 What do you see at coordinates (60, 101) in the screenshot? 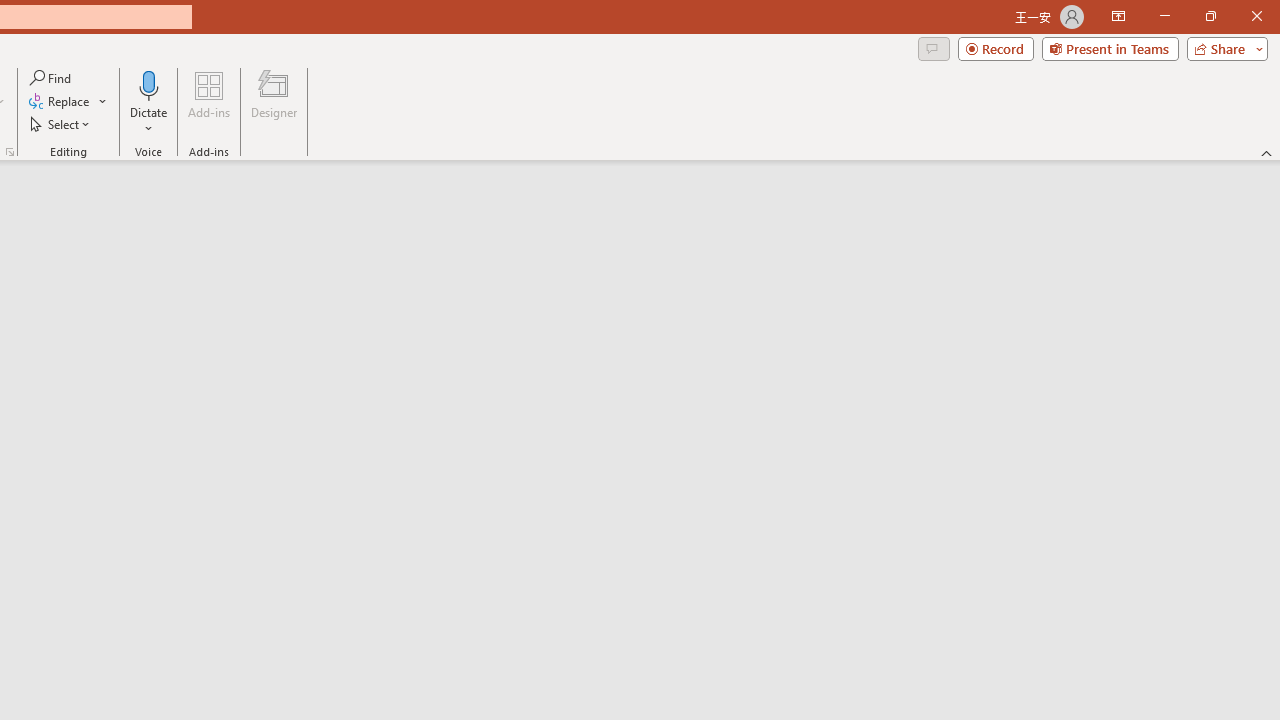
I see `'Replace...'` at bounding box center [60, 101].